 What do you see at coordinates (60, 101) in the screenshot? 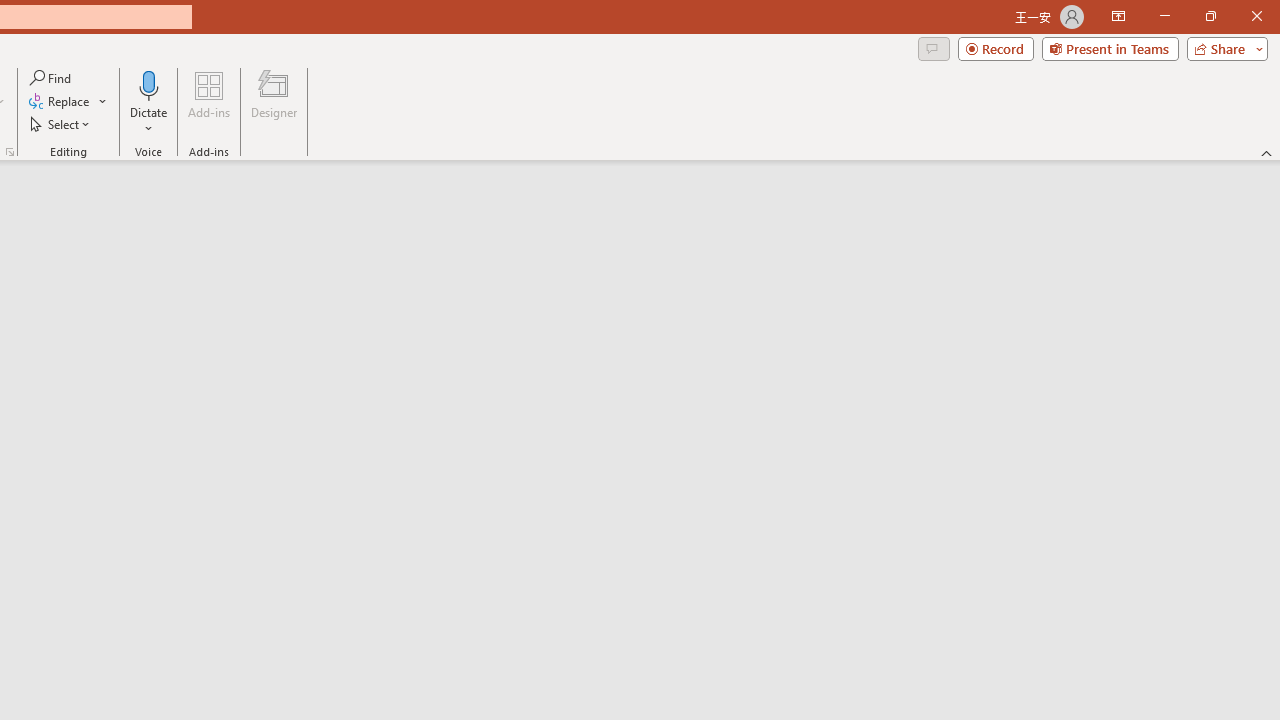
I see `'Replace...'` at bounding box center [60, 101].